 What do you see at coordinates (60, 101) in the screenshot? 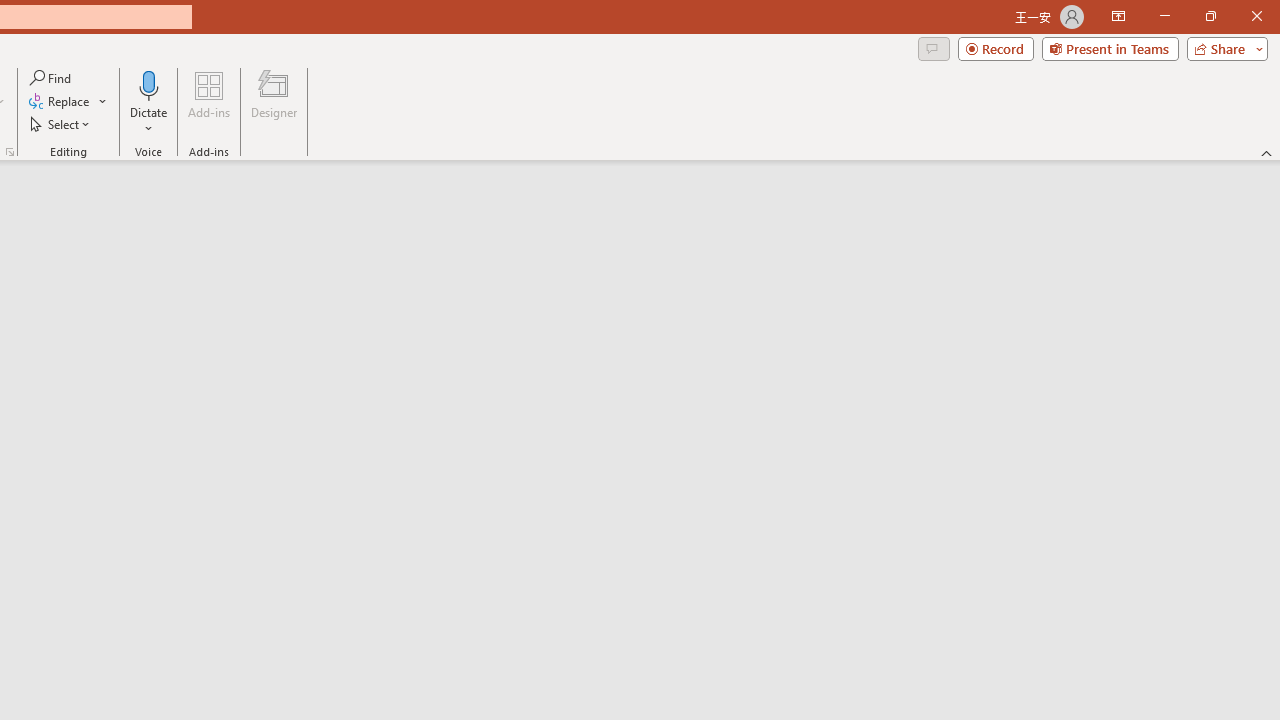
I see `'Replace...'` at bounding box center [60, 101].